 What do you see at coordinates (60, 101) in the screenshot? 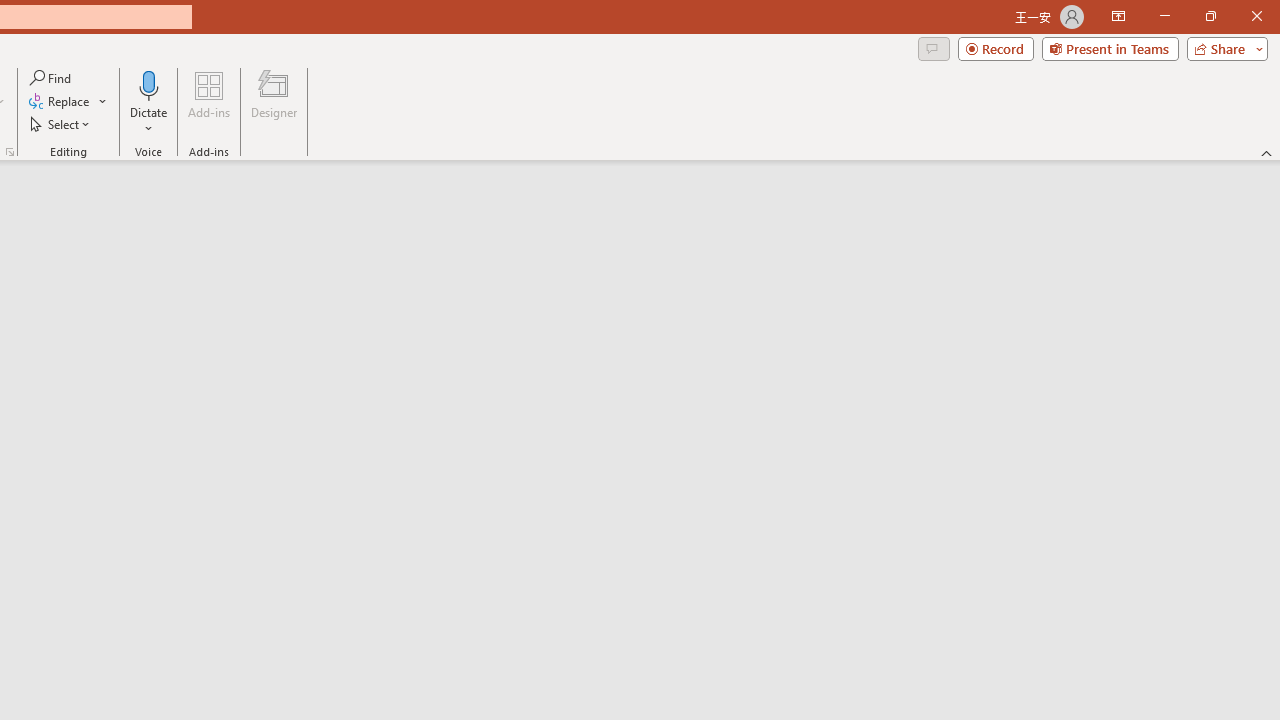
I see `'Replace...'` at bounding box center [60, 101].